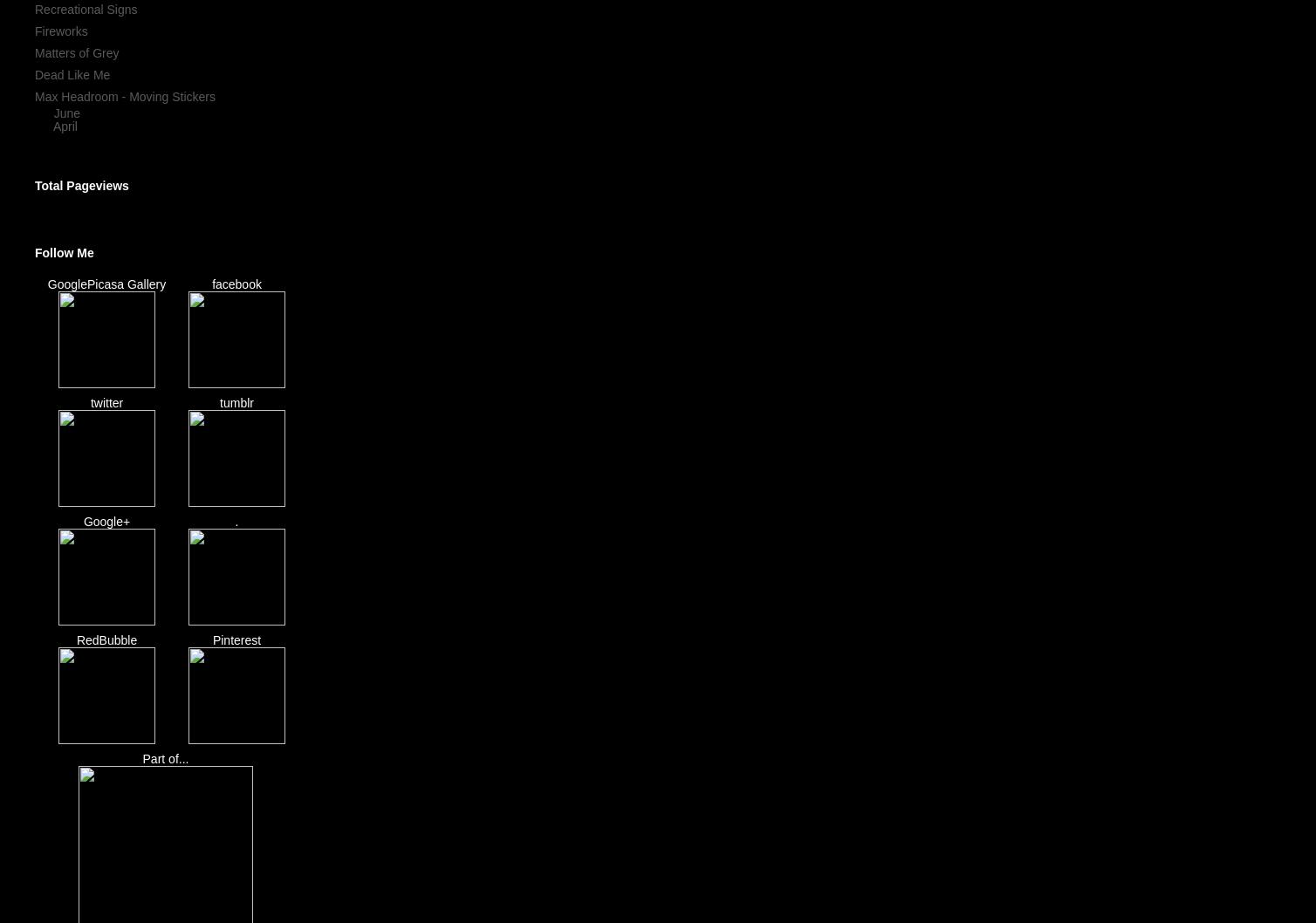 The width and height of the screenshot is (1316, 923). What do you see at coordinates (86, 10) in the screenshot?
I see `'Recreational Signs'` at bounding box center [86, 10].